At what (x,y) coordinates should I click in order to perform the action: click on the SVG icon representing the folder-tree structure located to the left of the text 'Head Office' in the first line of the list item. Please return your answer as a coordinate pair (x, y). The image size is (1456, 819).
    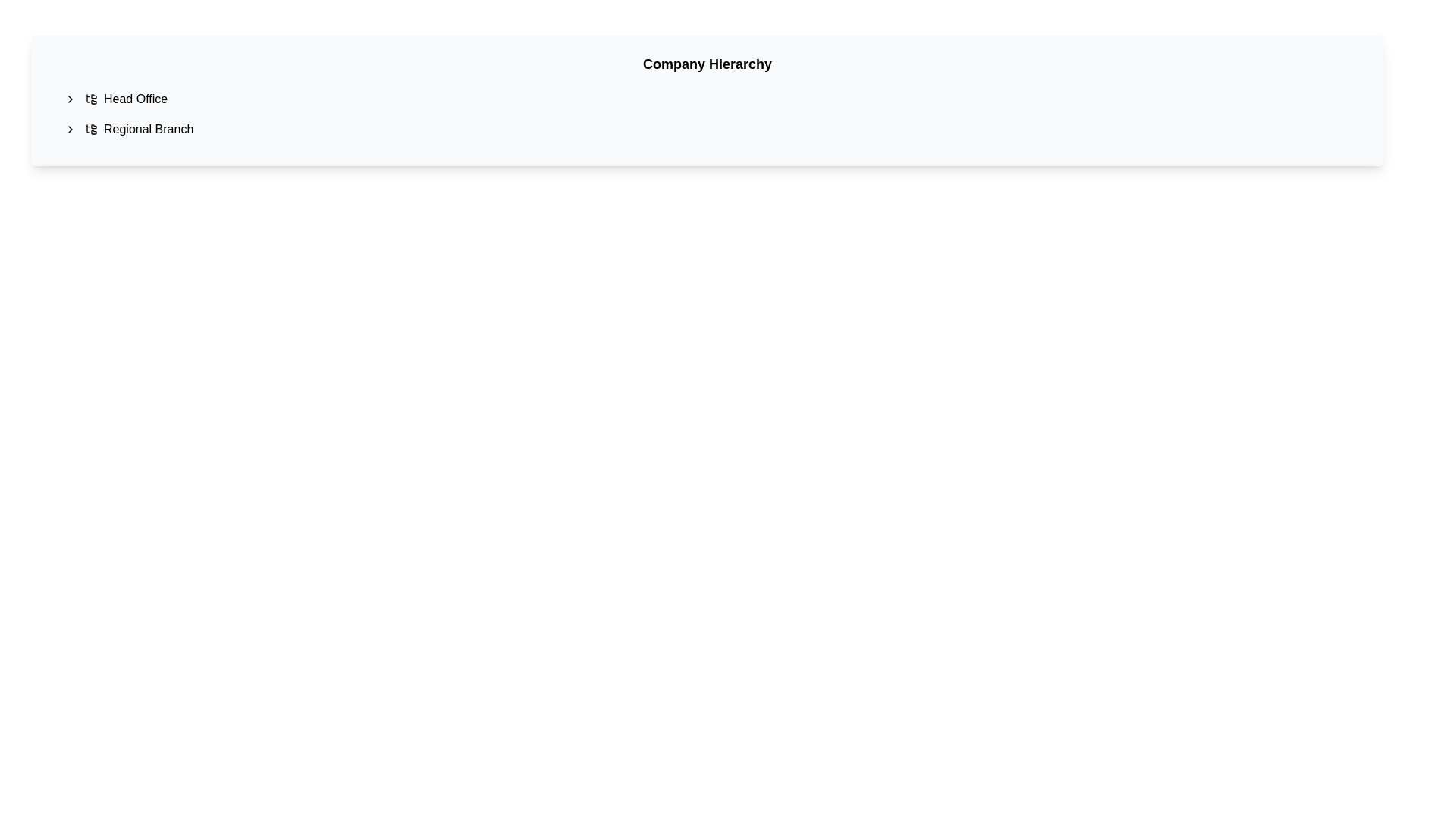
    Looking at the image, I should click on (90, 99).